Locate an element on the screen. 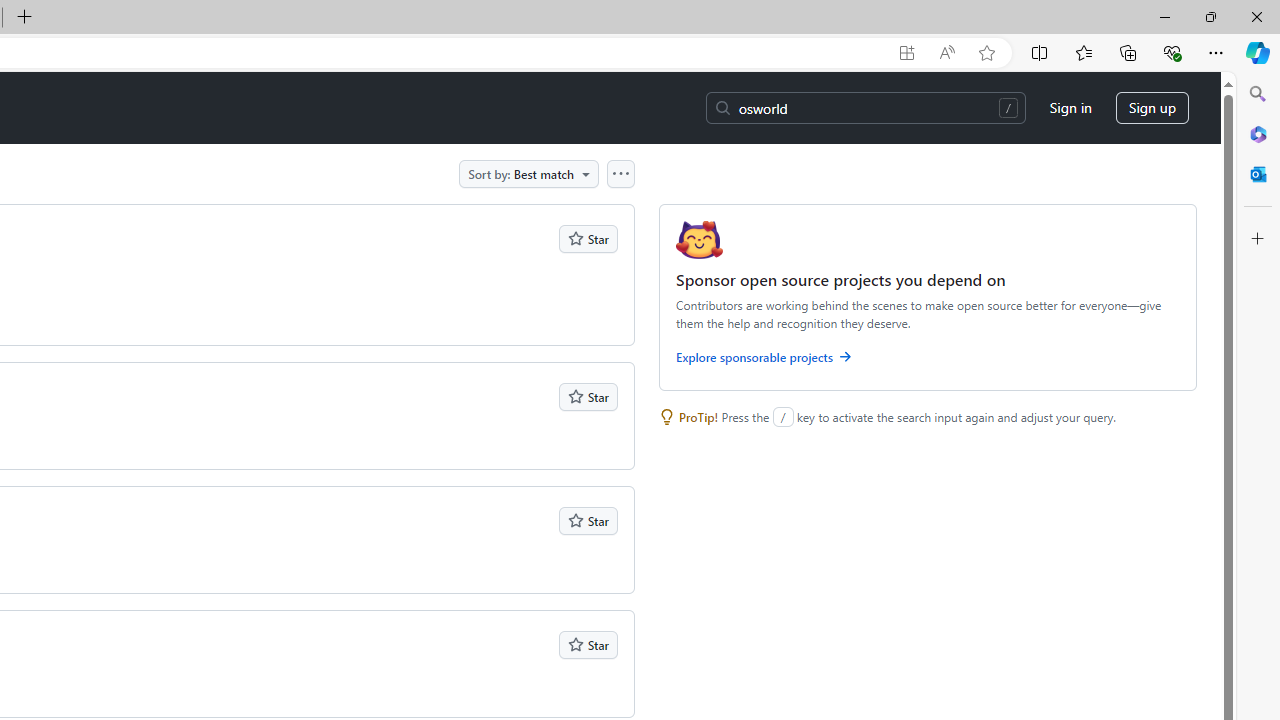 The image size is (1280, 720). 'Favorites' is located at coordinates (1082, 51).